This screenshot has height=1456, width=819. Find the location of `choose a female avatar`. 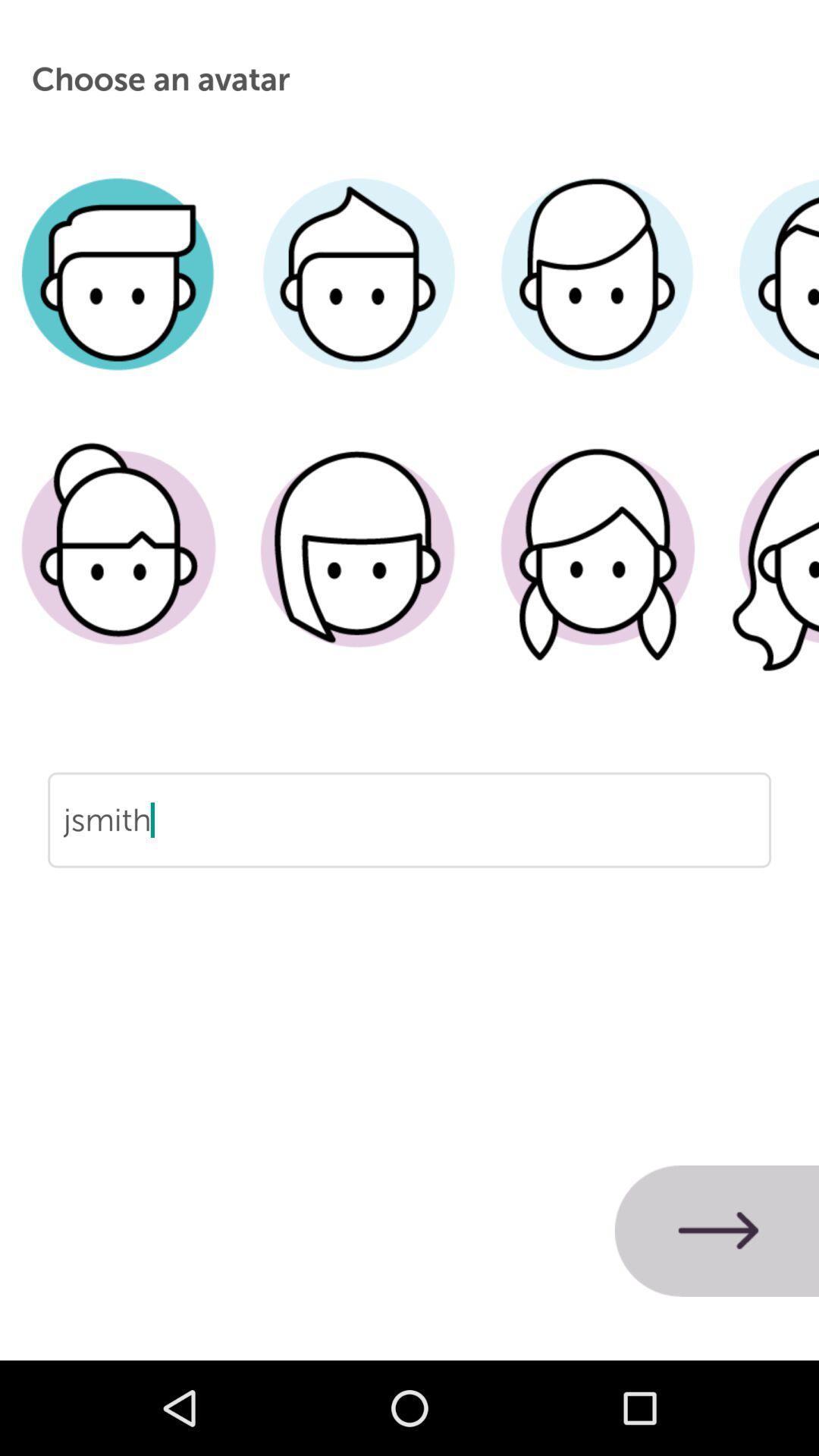

choose a female avatar is located at coordinates (596, 570).